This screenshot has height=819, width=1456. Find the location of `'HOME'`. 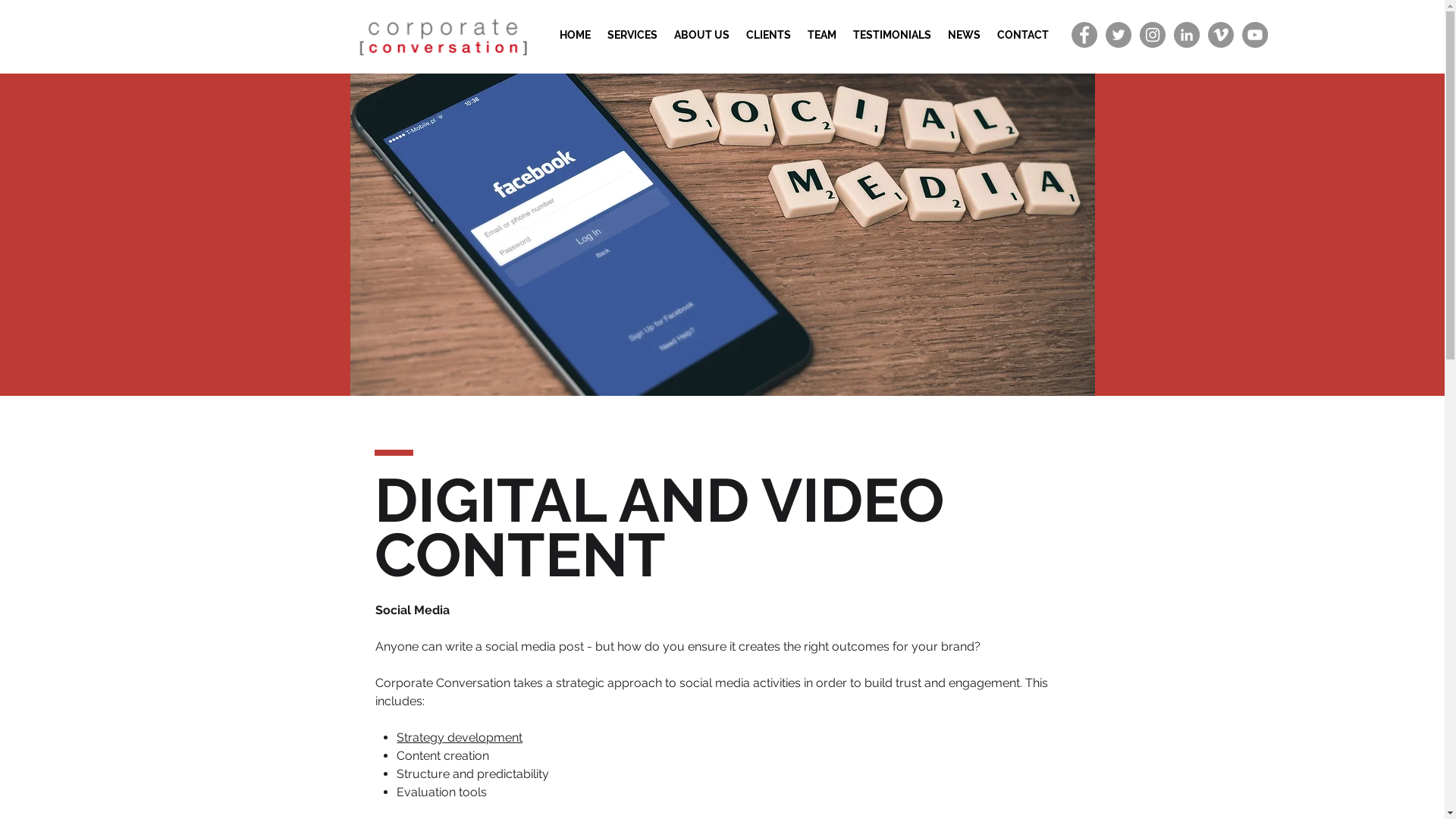

'HOME' is located at coordinates (573, 34).